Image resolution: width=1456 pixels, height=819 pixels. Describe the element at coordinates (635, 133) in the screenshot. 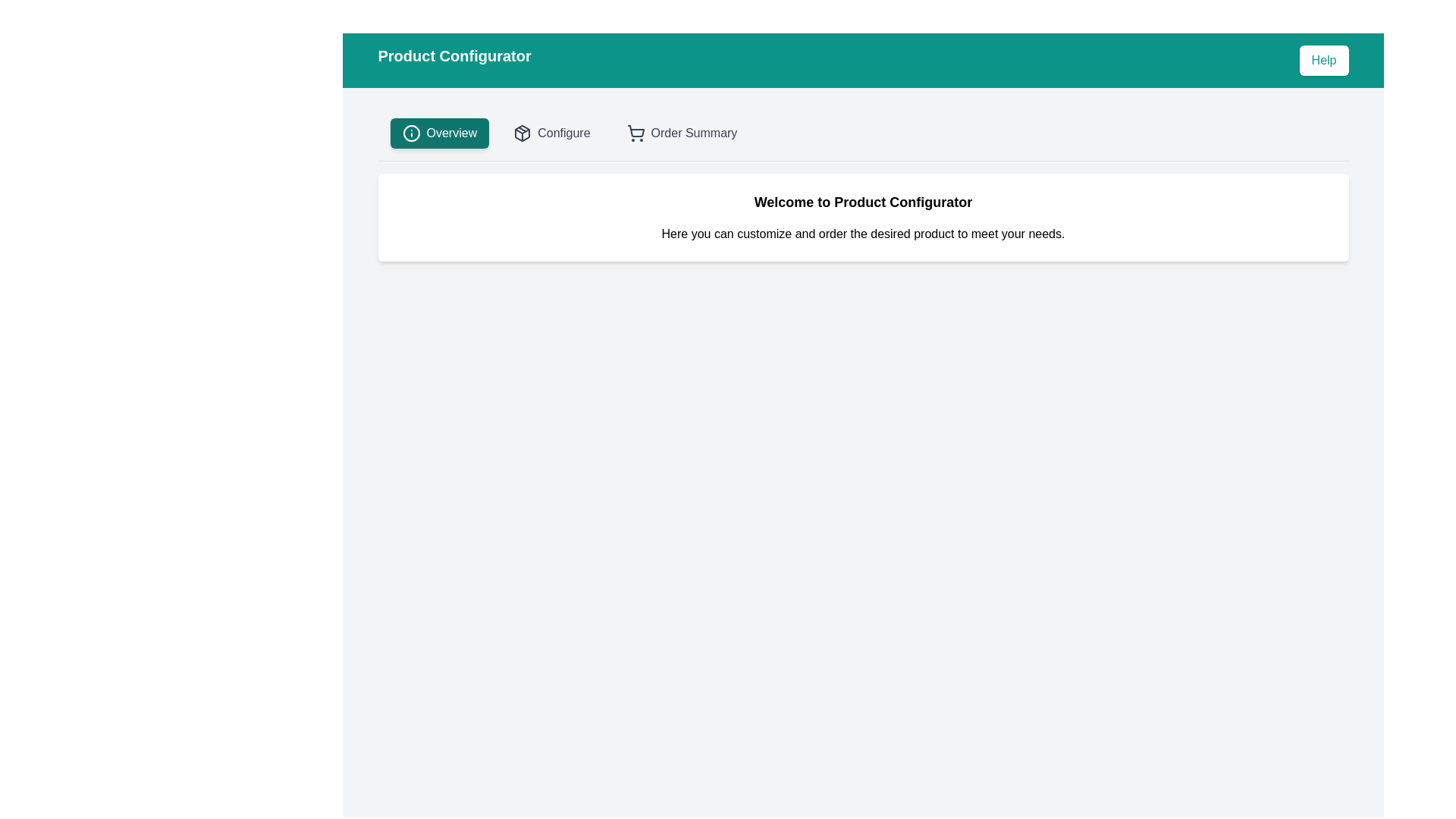

I see `the 'Order Summary' icon located in the horizontal navigation bar, which is positioned to the left of its text label and to the right of the 'Configure' button` at that location.